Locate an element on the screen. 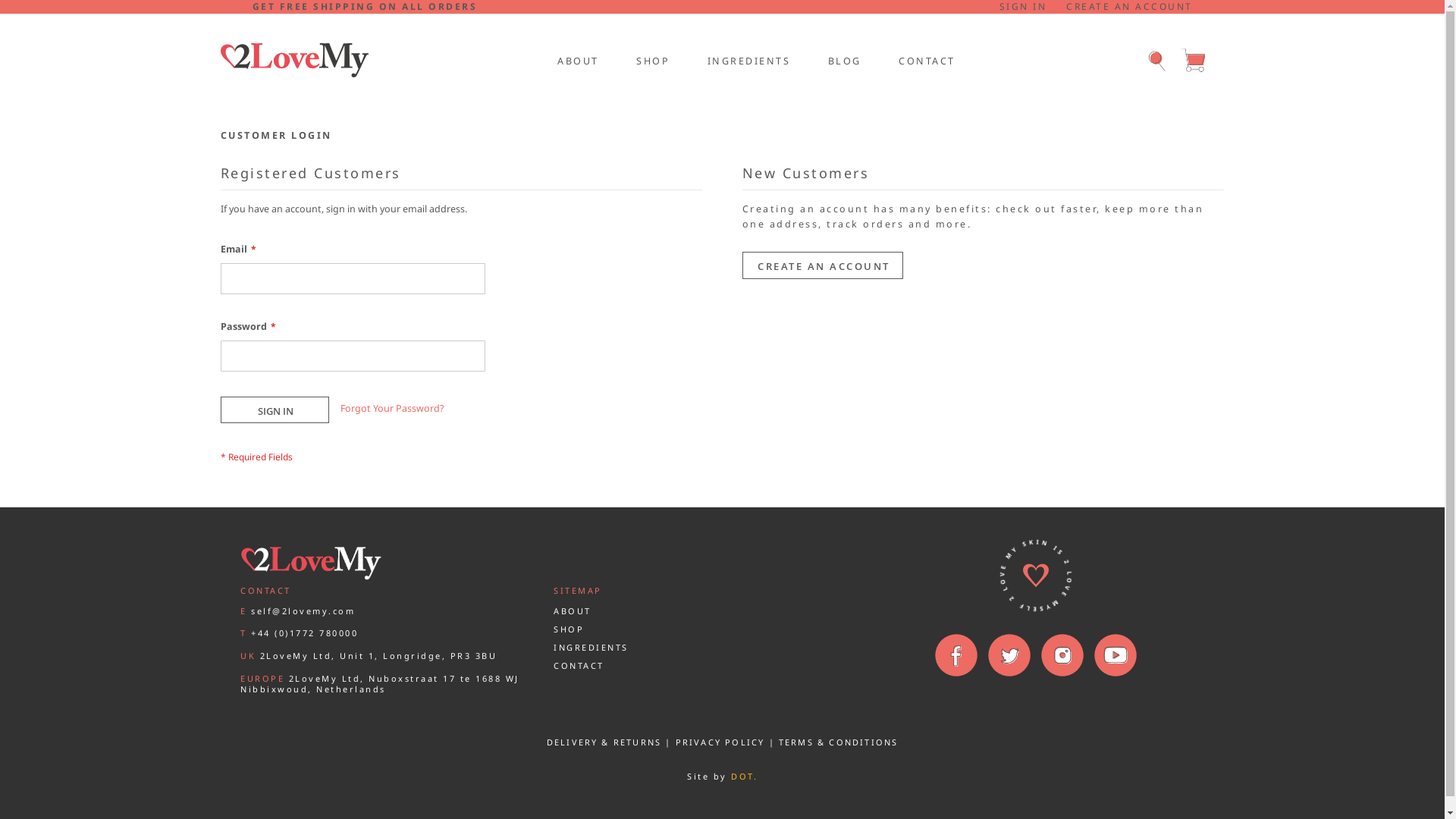 This screenshot has width=1456, height=819. 'self@2lovemy.com' is located at coordinates (303, 610).